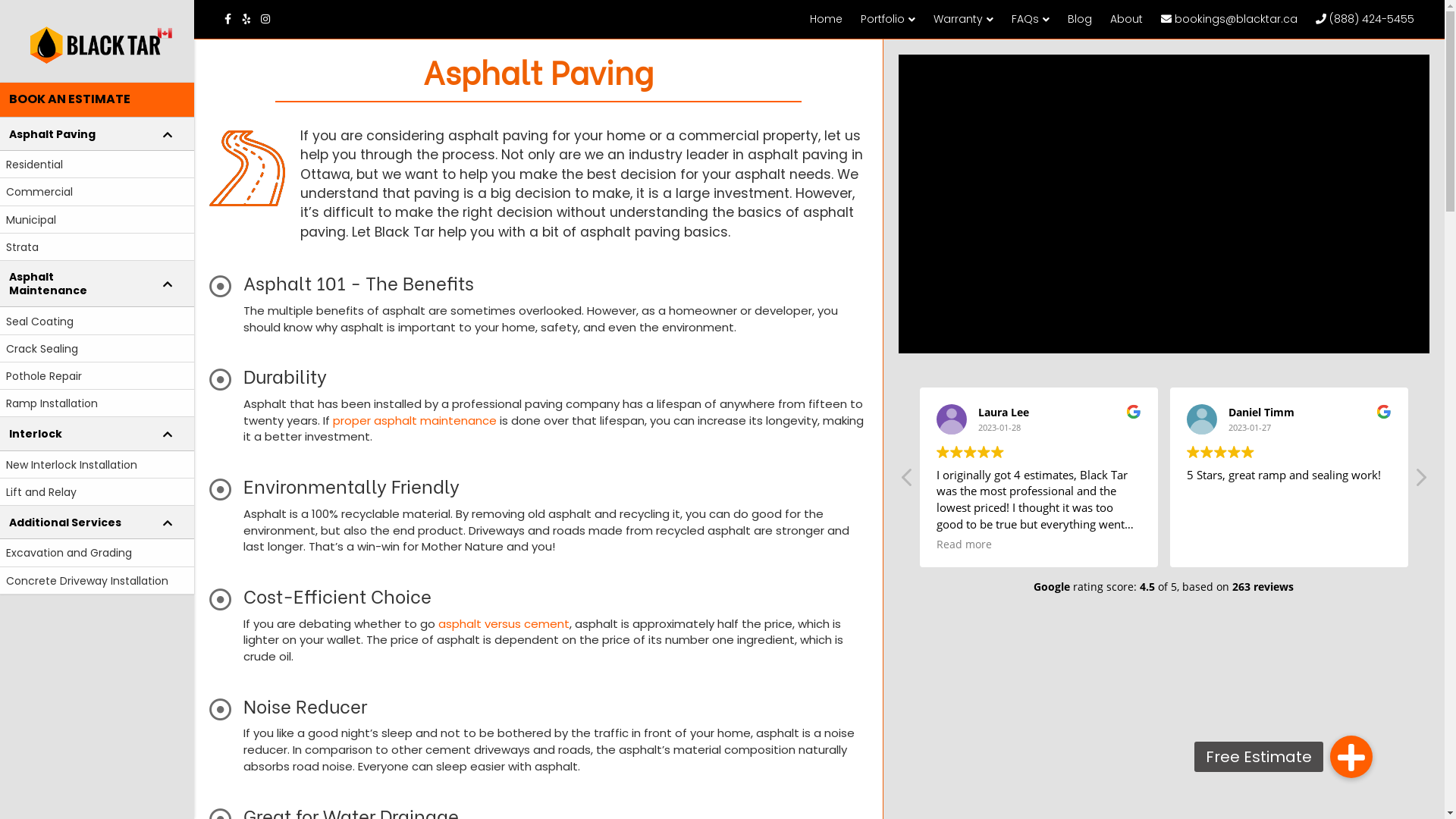 The height and width of the screenshot is (819, 1456). What do you see at coordinates (96, 464) in the screenshot?
I see `'New Interlock Installation'` at bounding box center [96, 464].